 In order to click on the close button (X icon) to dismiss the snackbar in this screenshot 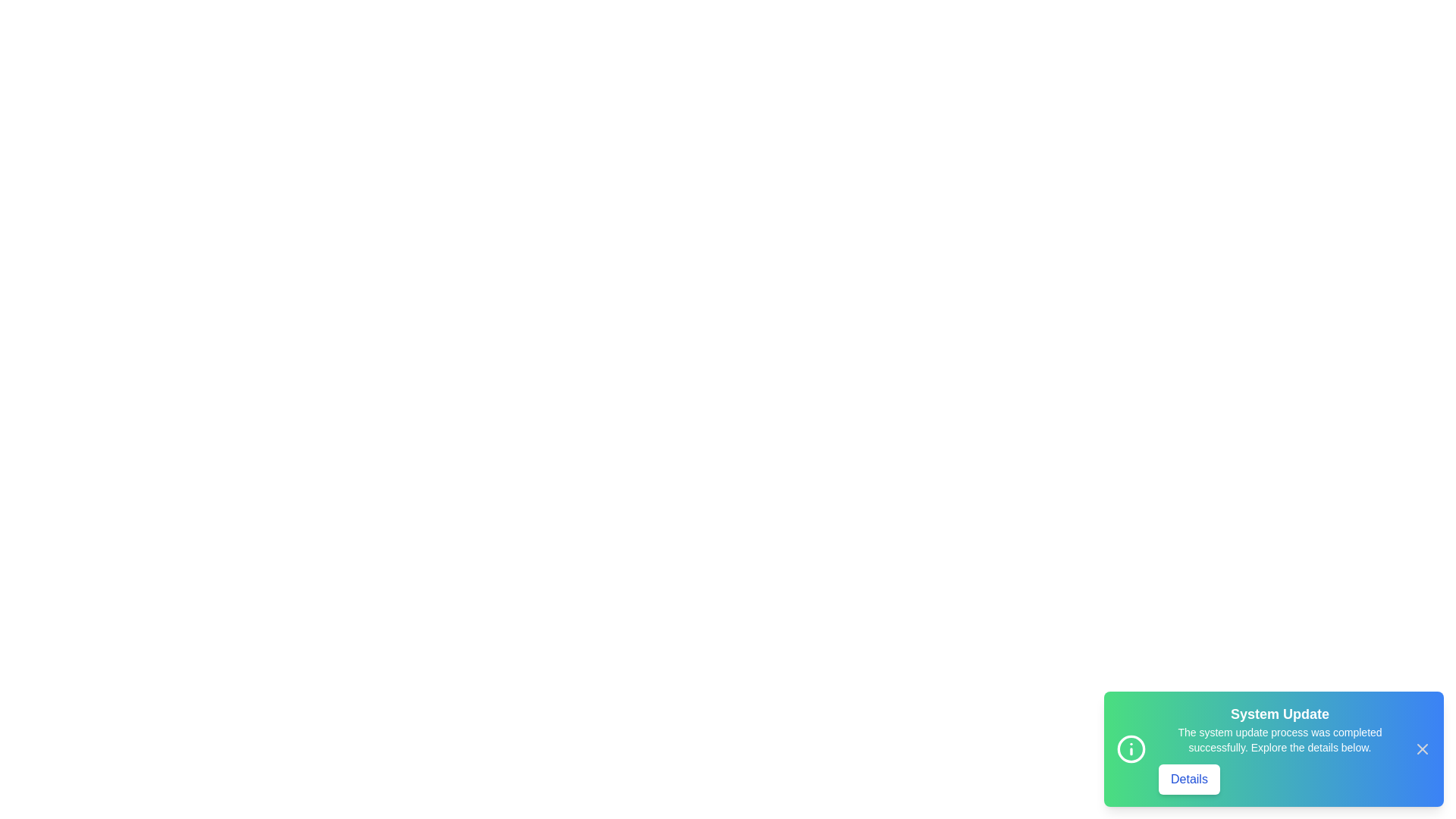, I will do `click(1422, 748)`.